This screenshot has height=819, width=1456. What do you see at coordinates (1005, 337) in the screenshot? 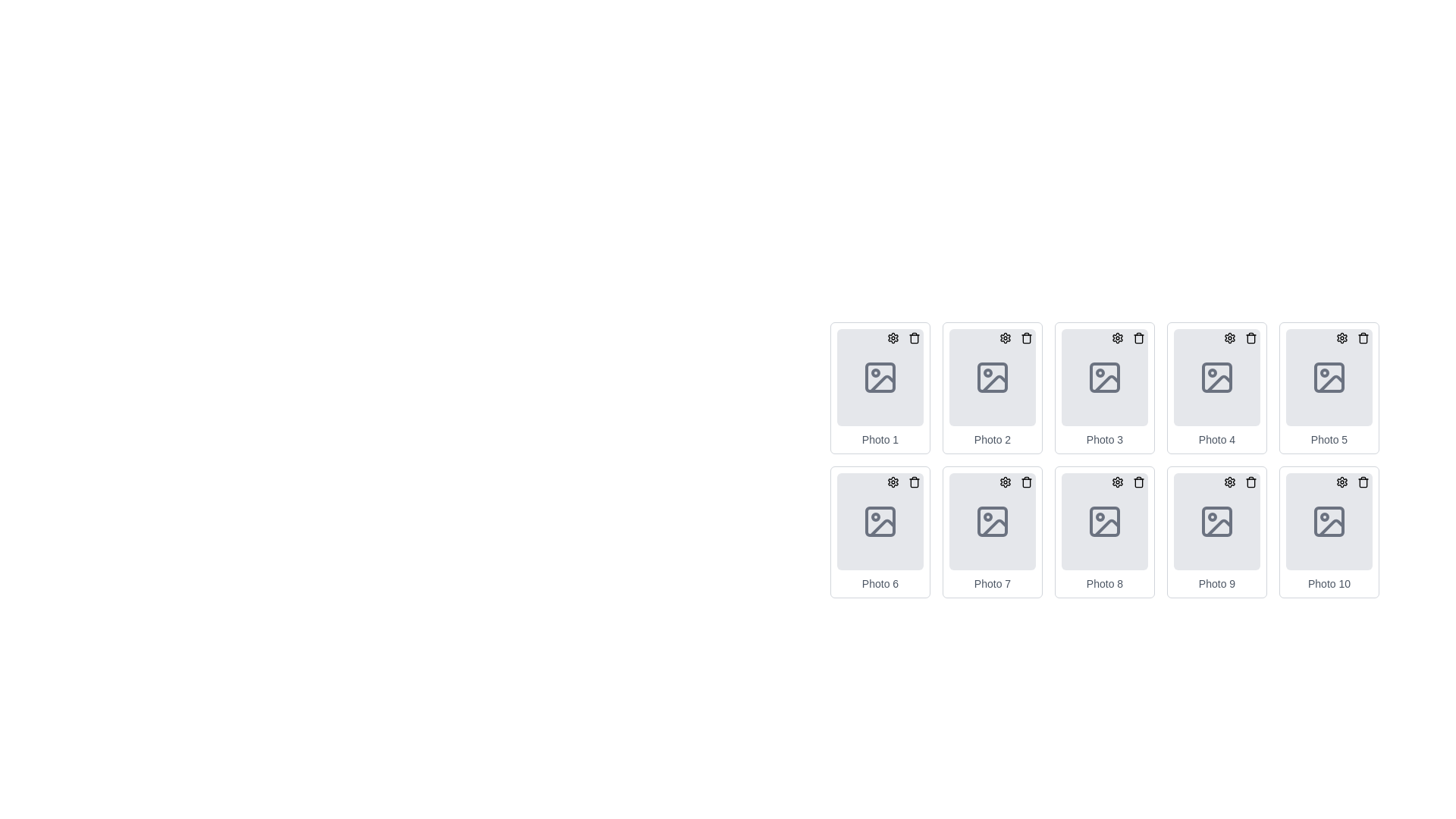
I see `the settings SVG icon located in the second photo thumbnail ('Photo 2') in the top row of the grid layout` at bounding box center [1005, 337].